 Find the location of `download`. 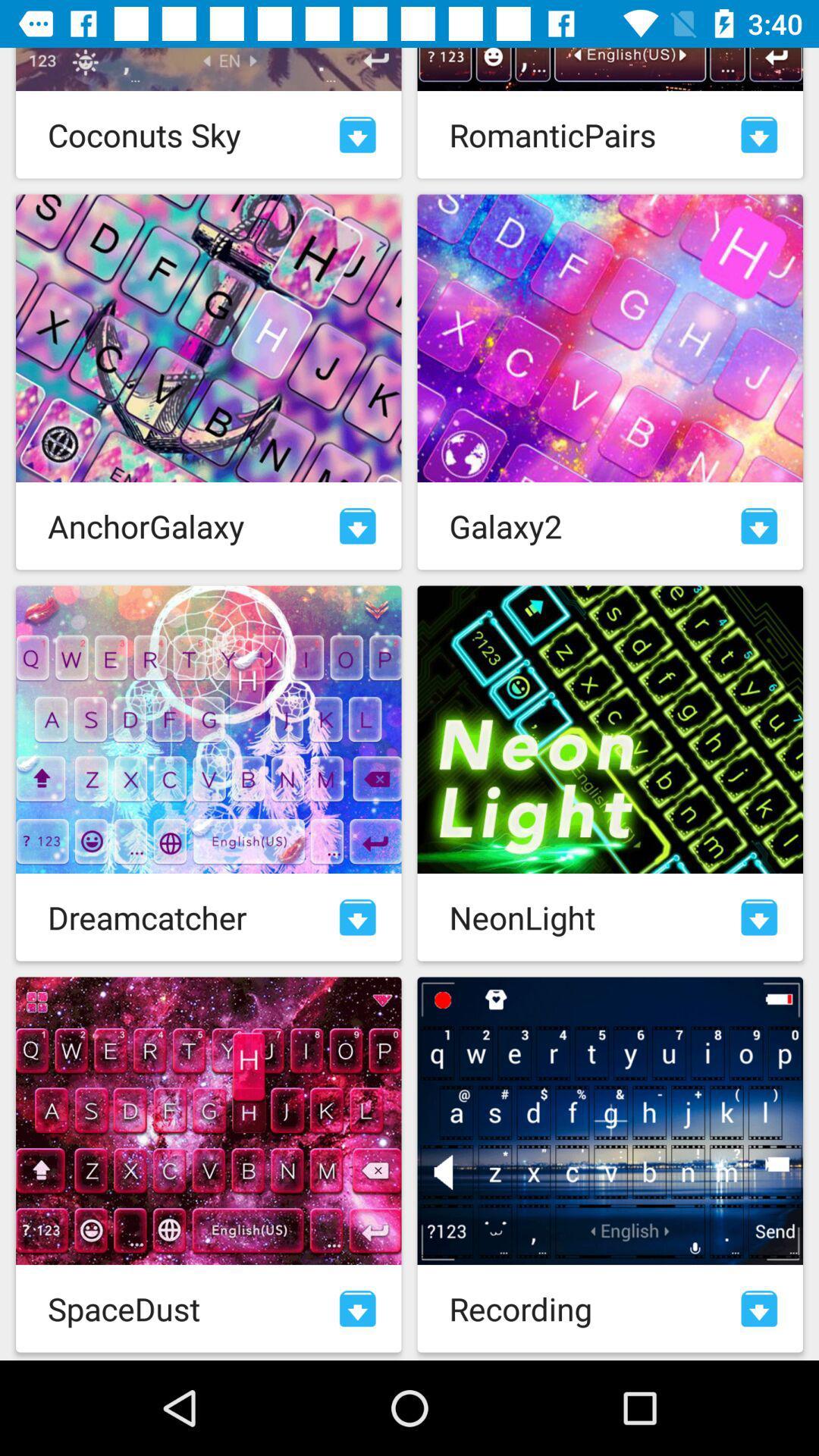

download is located at coordinates (759, 134).